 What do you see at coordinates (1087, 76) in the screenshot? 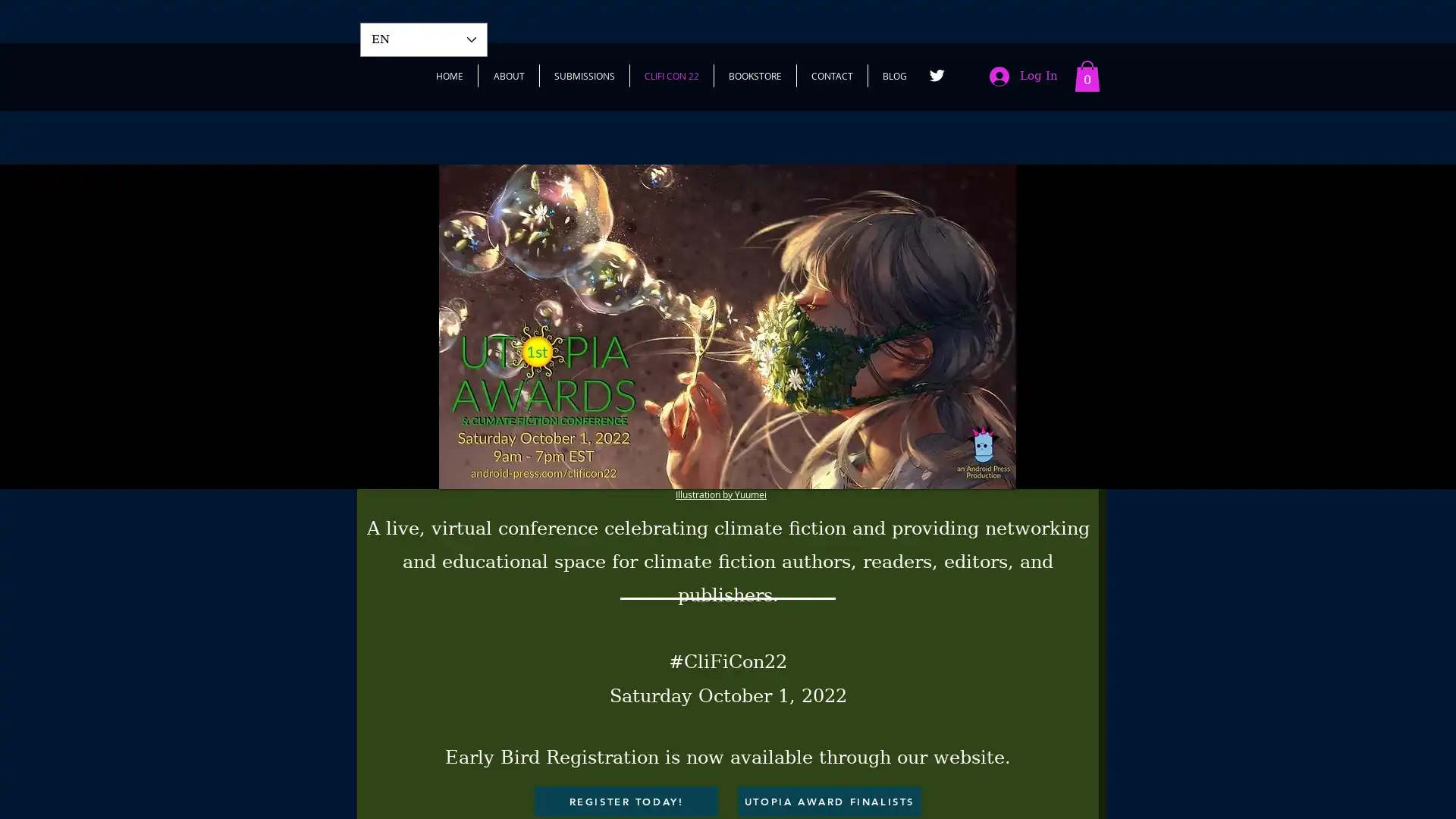
I see `Cart with 0 items` at bounding box center [1087, 76].